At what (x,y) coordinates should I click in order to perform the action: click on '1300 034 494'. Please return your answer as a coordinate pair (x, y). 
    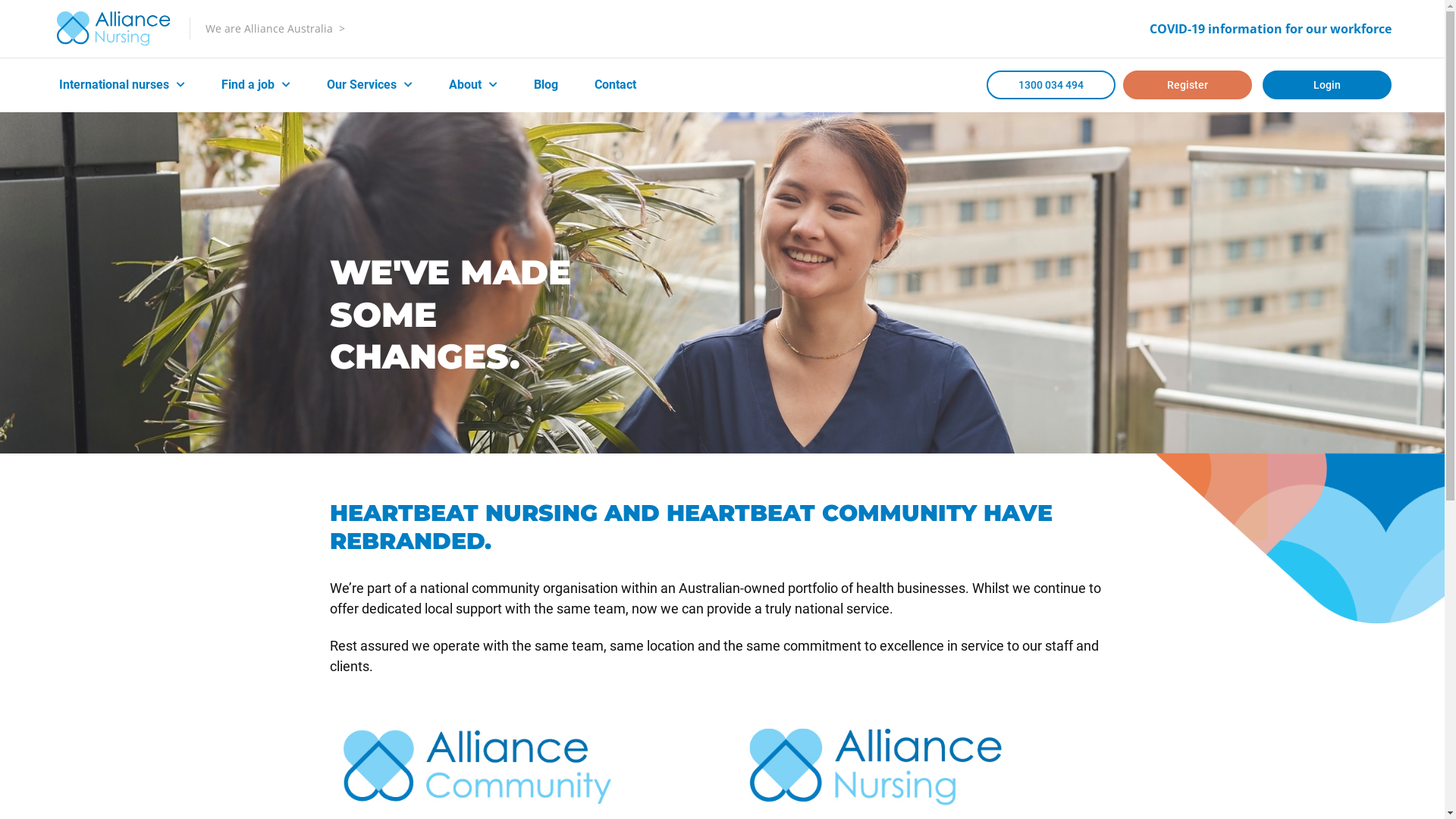
    Looking at the image, I should click on (986, 84).